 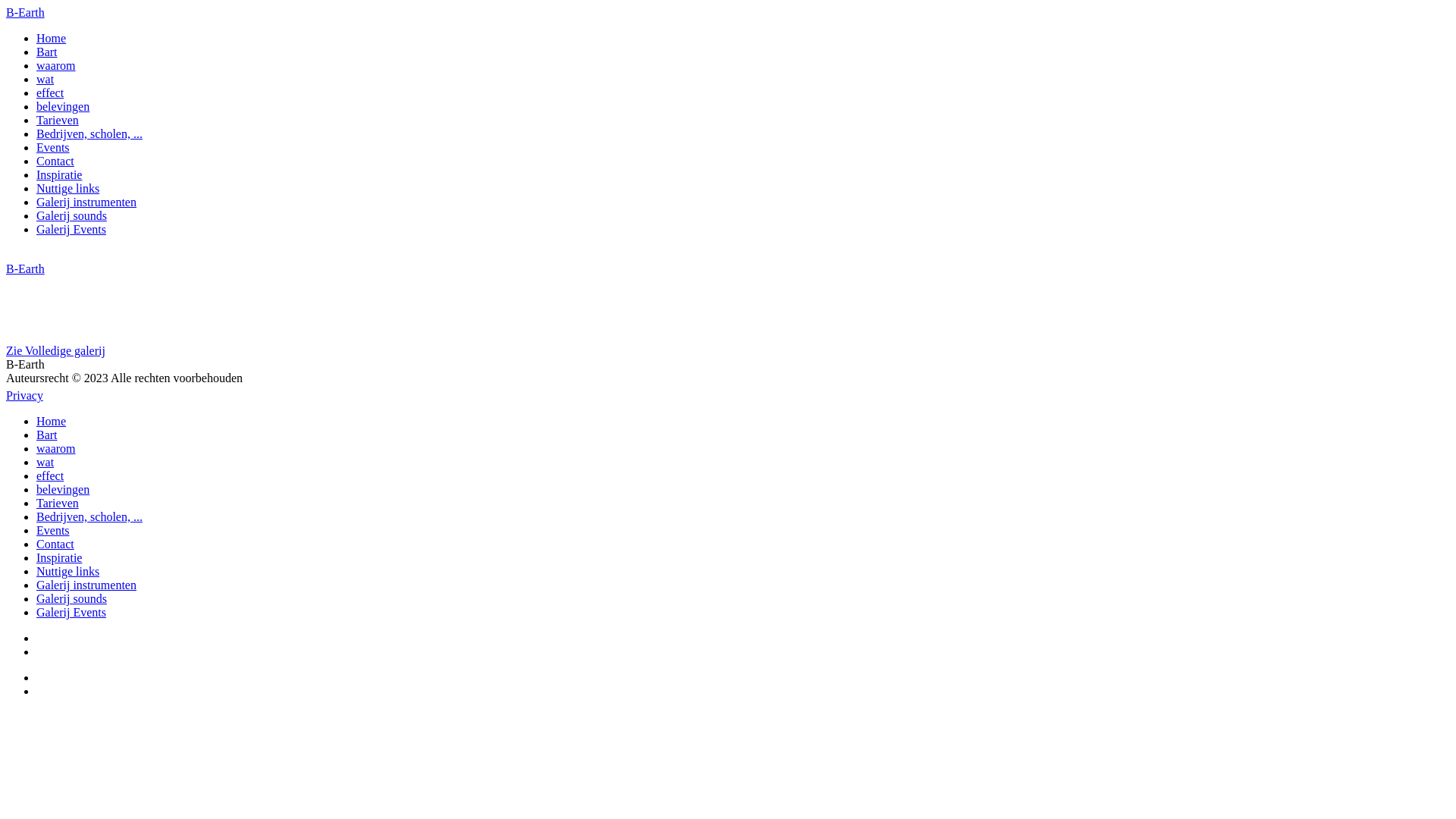 I want to click on 'Tarieven', so click(x=36, y=119).